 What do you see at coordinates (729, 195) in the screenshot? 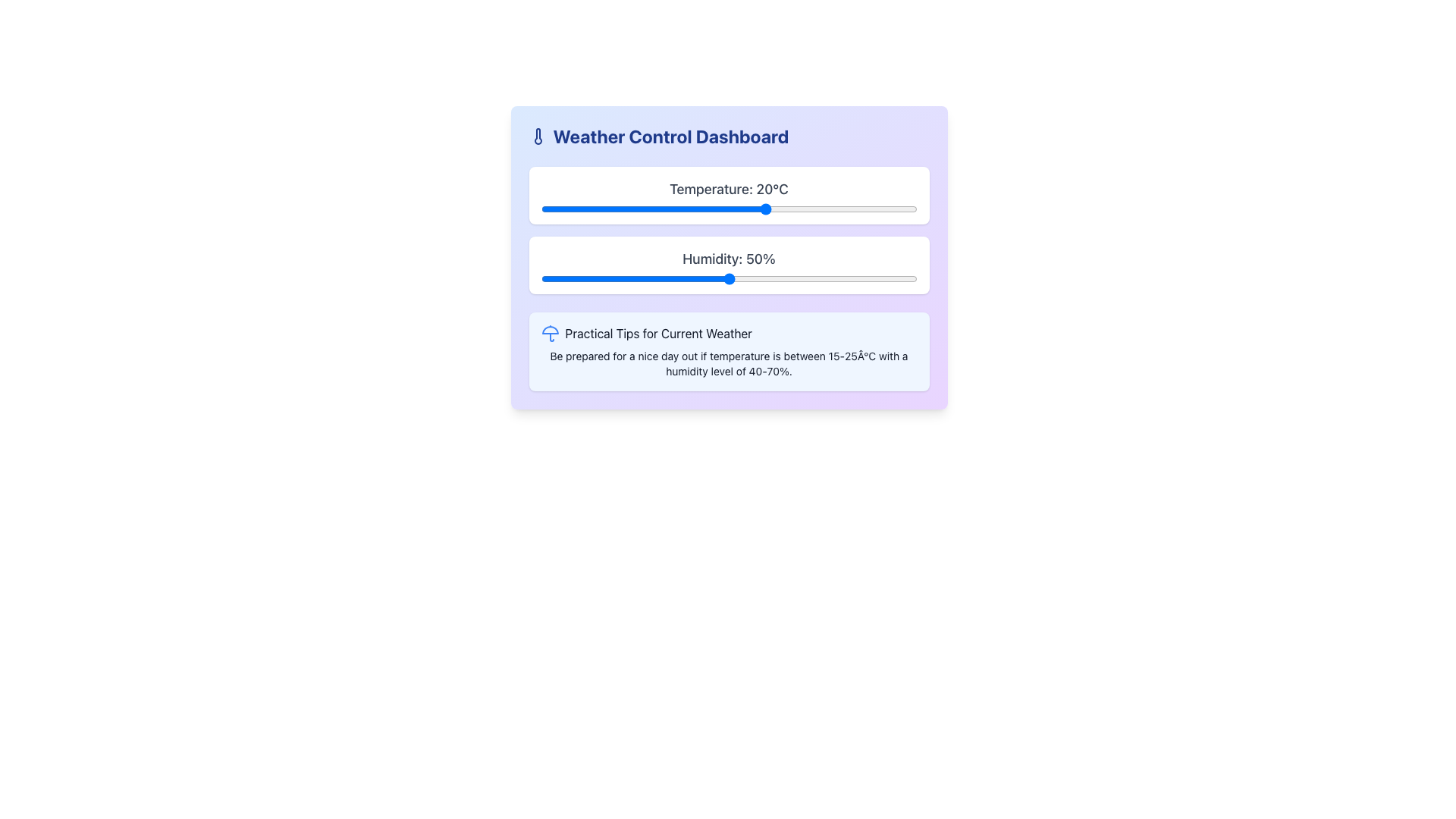
I see `the interactive slider labeled 'Temperature: 20°C' to adjust the value` at bounding box center [729, 195].